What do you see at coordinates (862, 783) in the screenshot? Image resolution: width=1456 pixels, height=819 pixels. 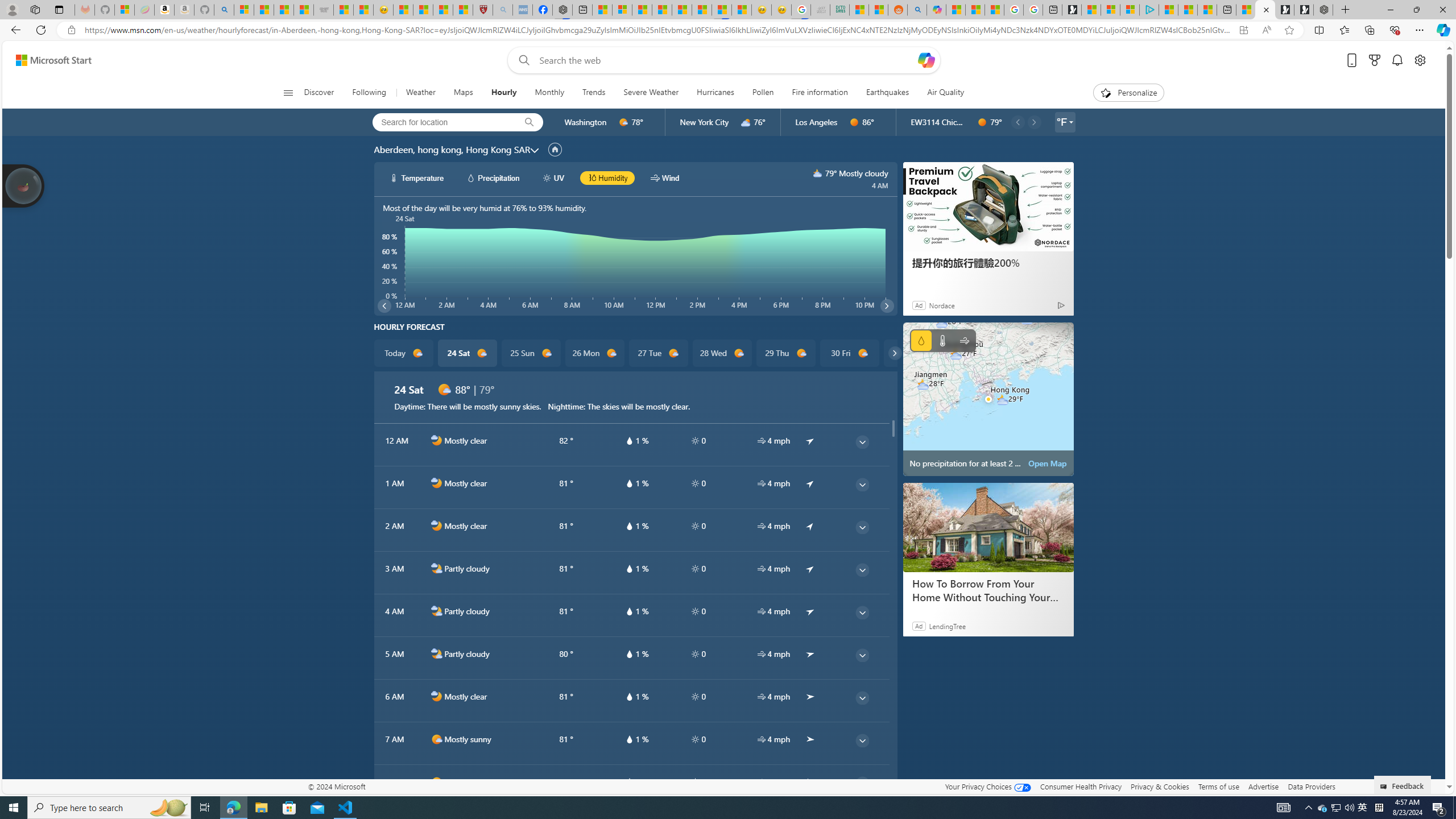 I see `'common/thinArrow'` at bounding box center [862, 783].